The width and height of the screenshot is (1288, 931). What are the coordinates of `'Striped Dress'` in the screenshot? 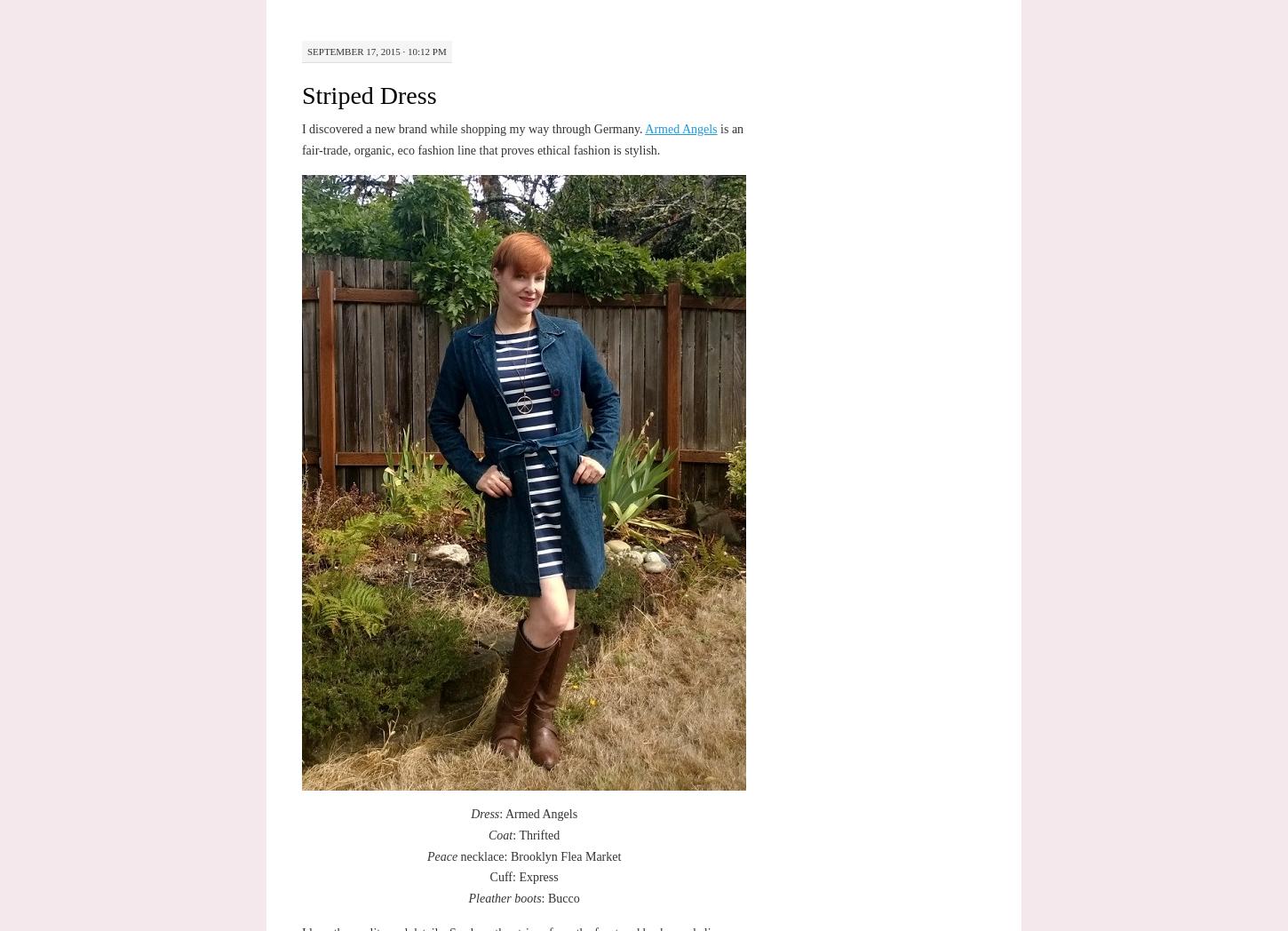 It's located at (367, 94).